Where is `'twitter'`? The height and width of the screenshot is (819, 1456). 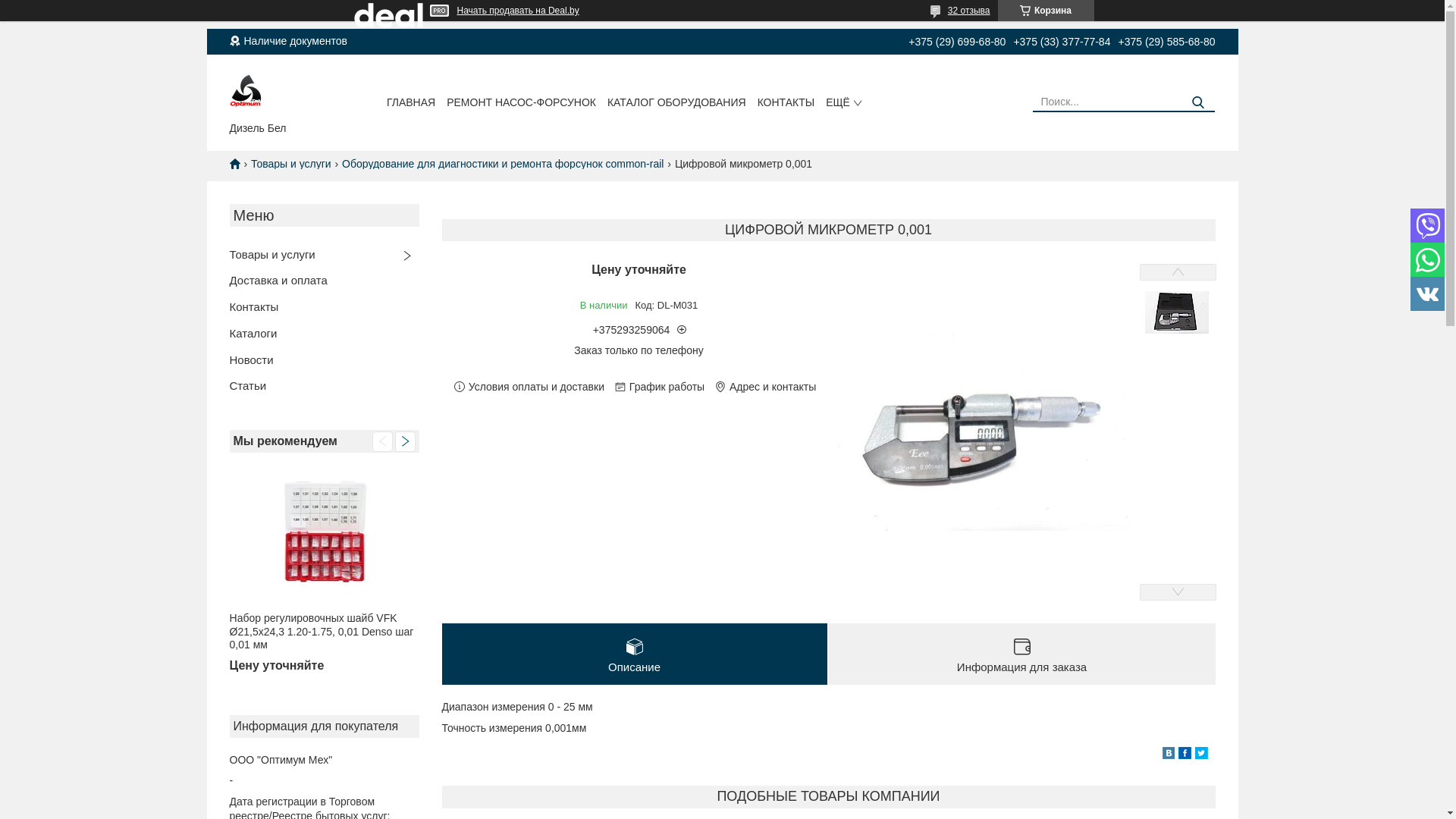
'twitter' is located at coordinates (1200, 755).